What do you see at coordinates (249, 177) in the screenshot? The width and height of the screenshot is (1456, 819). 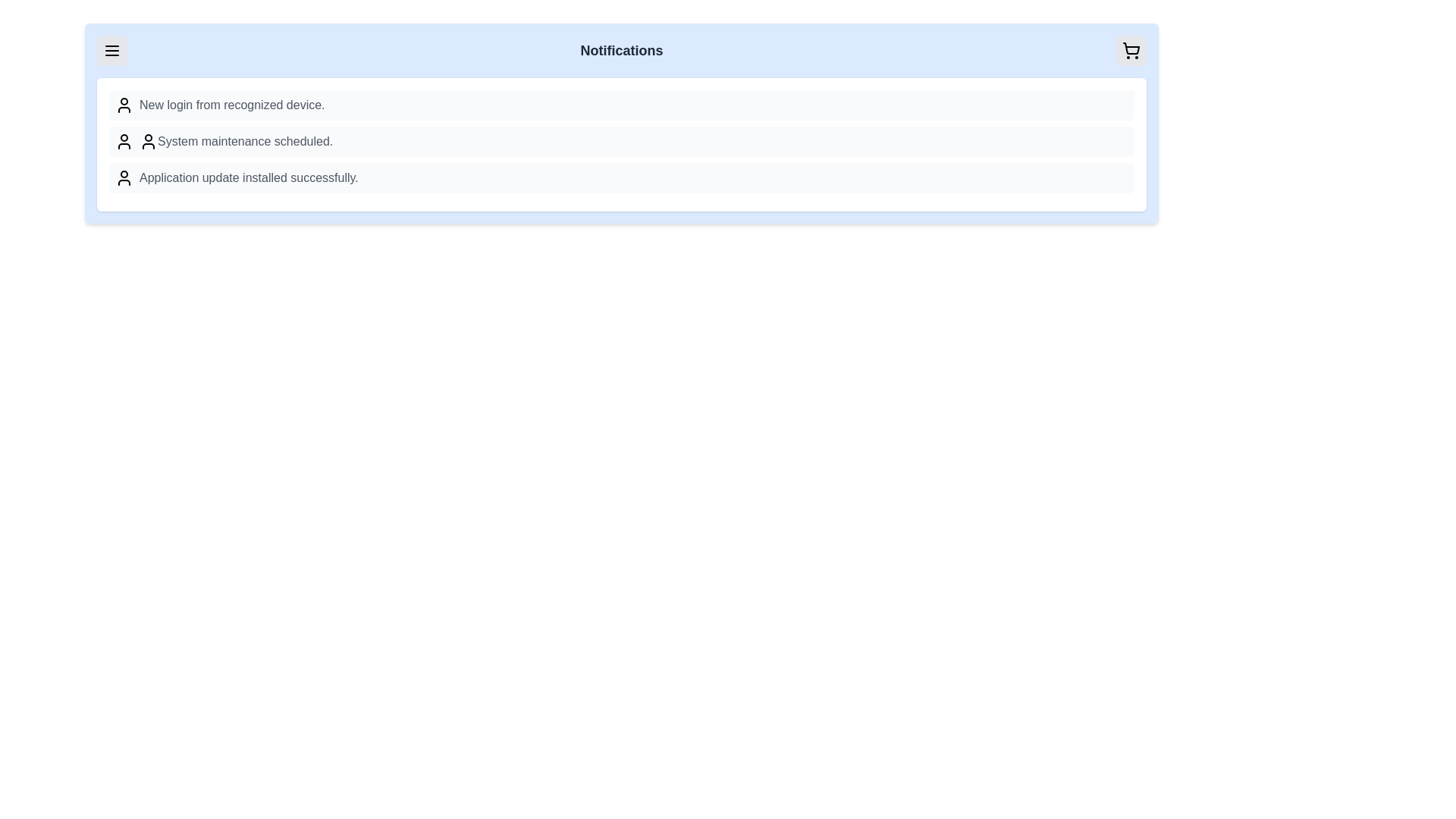 I see `informational notification text label that indicates the successful installation of an application update, located as the third item in a vertically stacked list of notifications to the right of the user icon` at bounding box center [249, 177].